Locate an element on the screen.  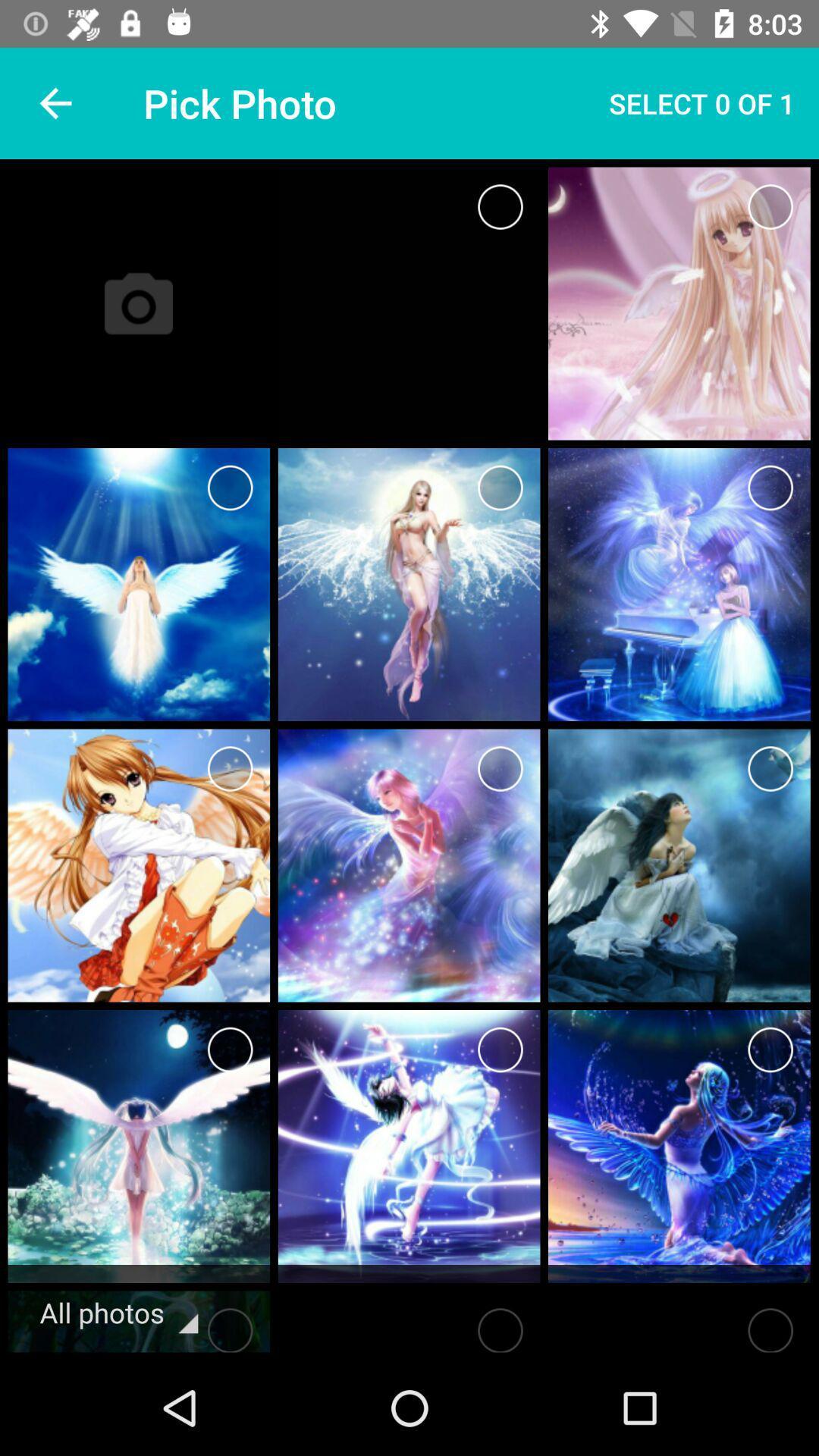
photo is located at coordinates (230, 1325).